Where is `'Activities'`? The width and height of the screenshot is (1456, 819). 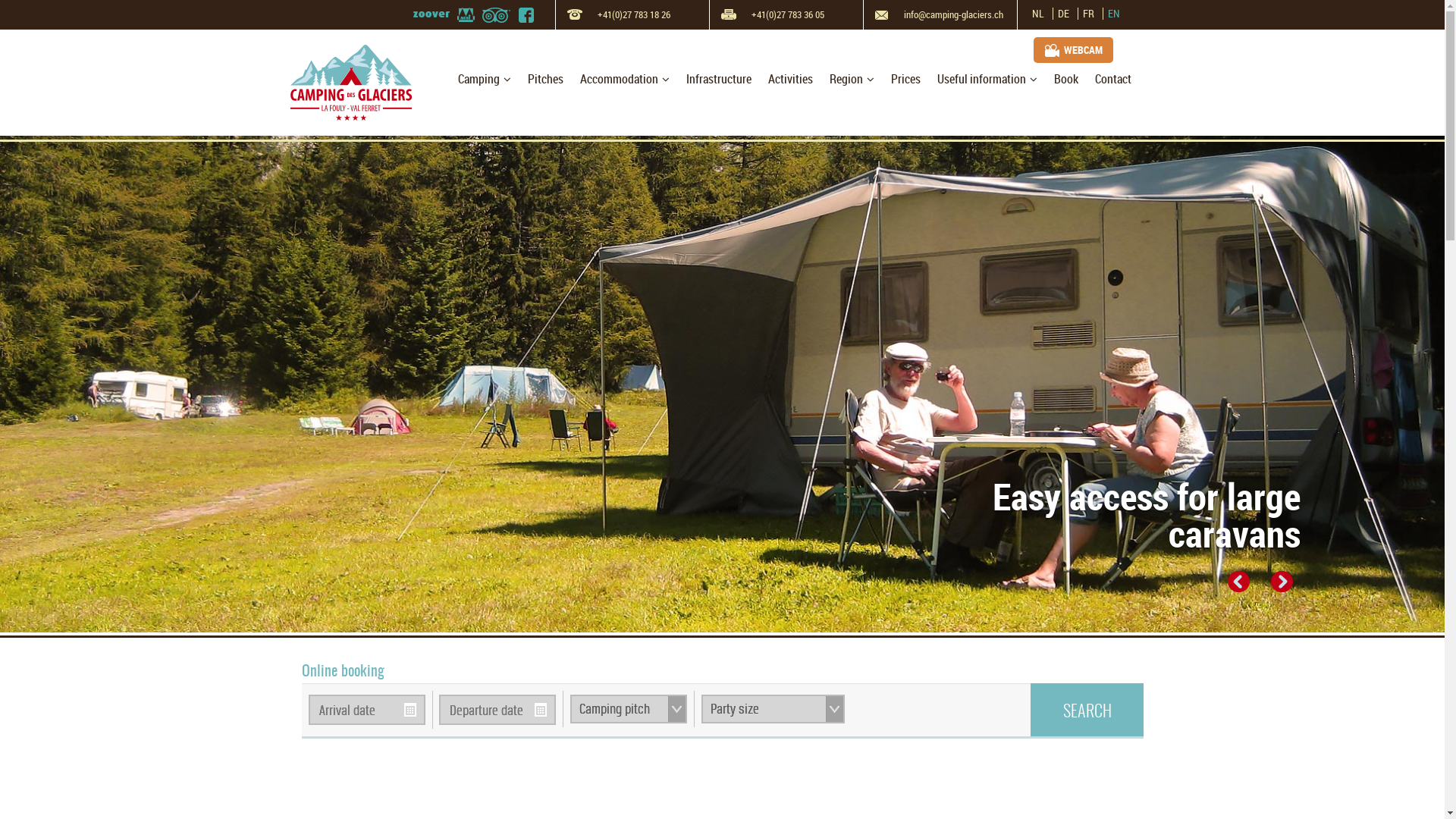
'Activities' is located at coordinates (789, 79).